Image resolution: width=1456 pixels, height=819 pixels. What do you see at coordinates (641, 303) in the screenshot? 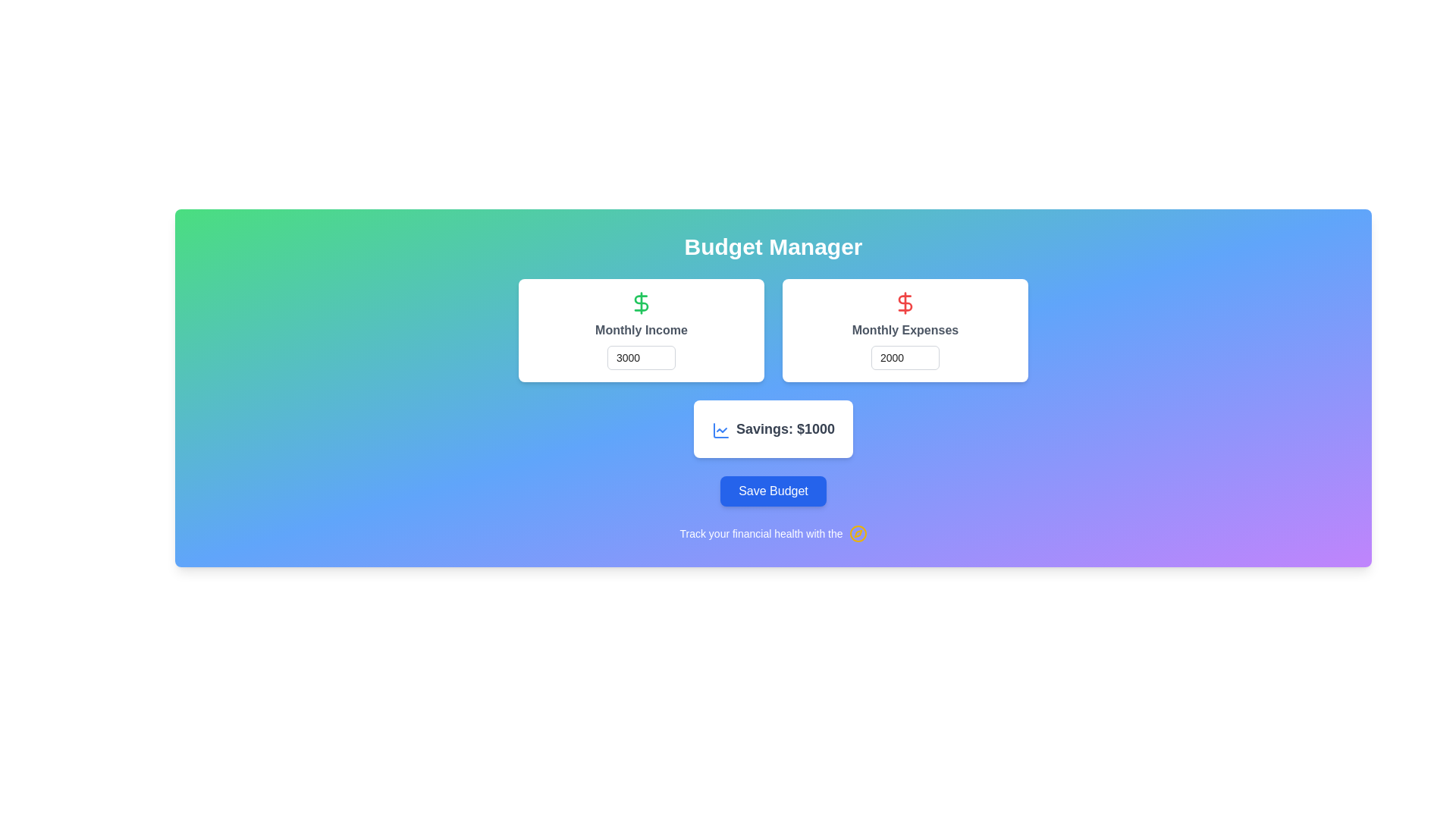
I see `the green dollar sign icon located at the top of the 'Monthly Income' card in the Budget Manager interface` at bounding box center [641, 303].